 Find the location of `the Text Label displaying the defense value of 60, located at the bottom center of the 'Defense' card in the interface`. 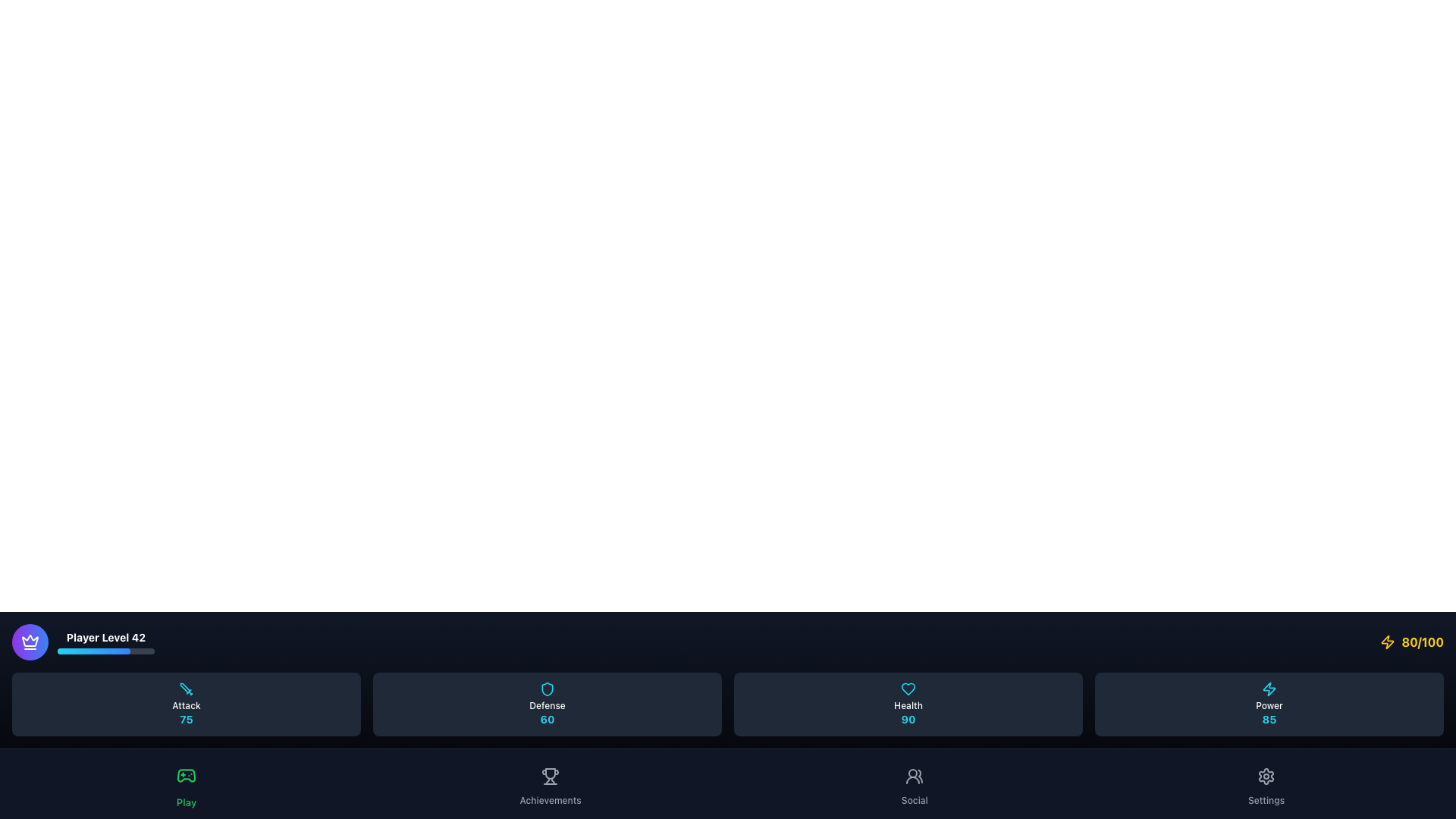

the Text Label displaying the defense value of 60, located at the bottom center of the 'Defense' card in the interface is located at coordinates (546, 718).